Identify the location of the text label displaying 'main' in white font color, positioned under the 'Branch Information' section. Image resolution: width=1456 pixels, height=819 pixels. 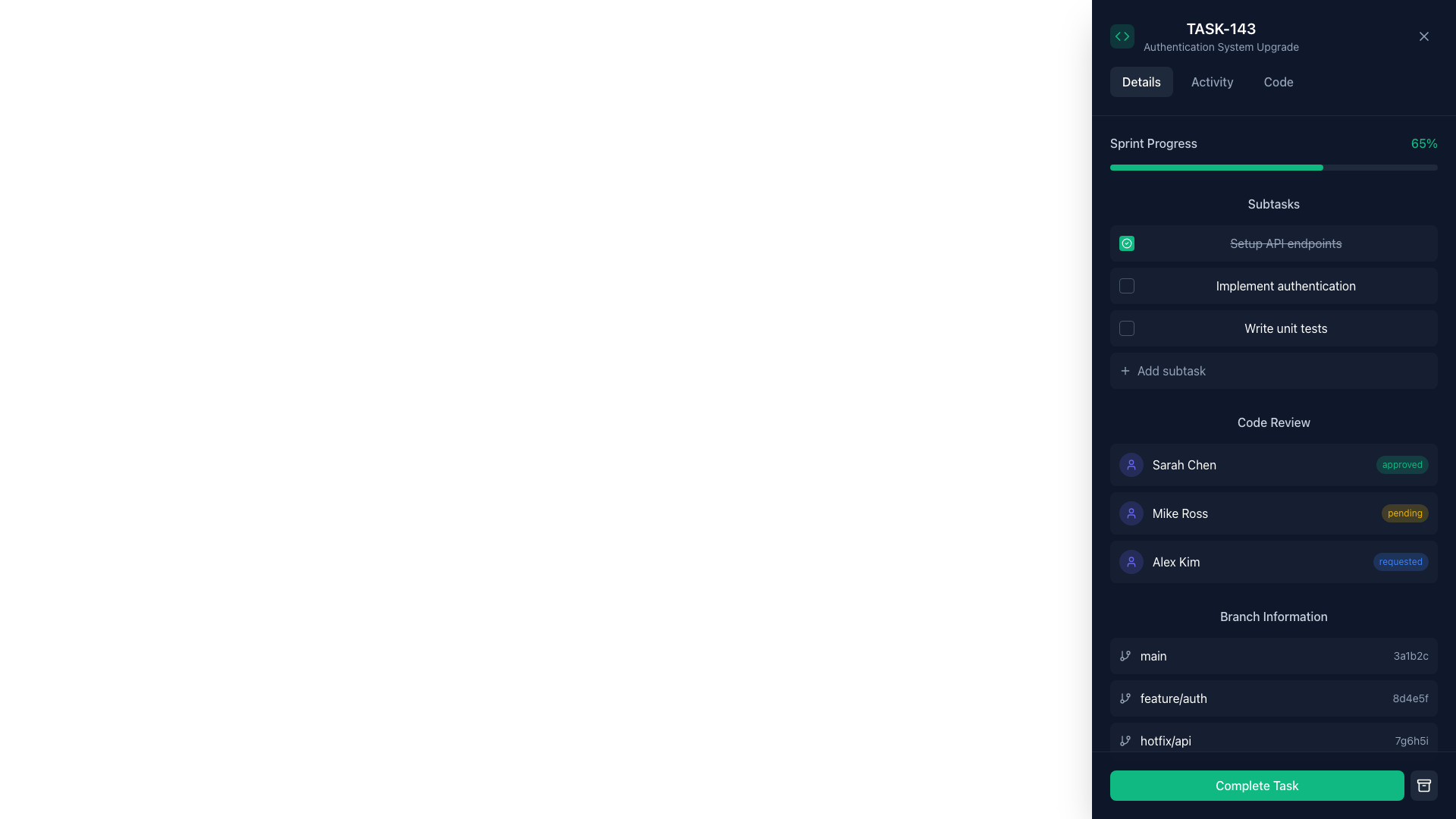
(1153, 654).